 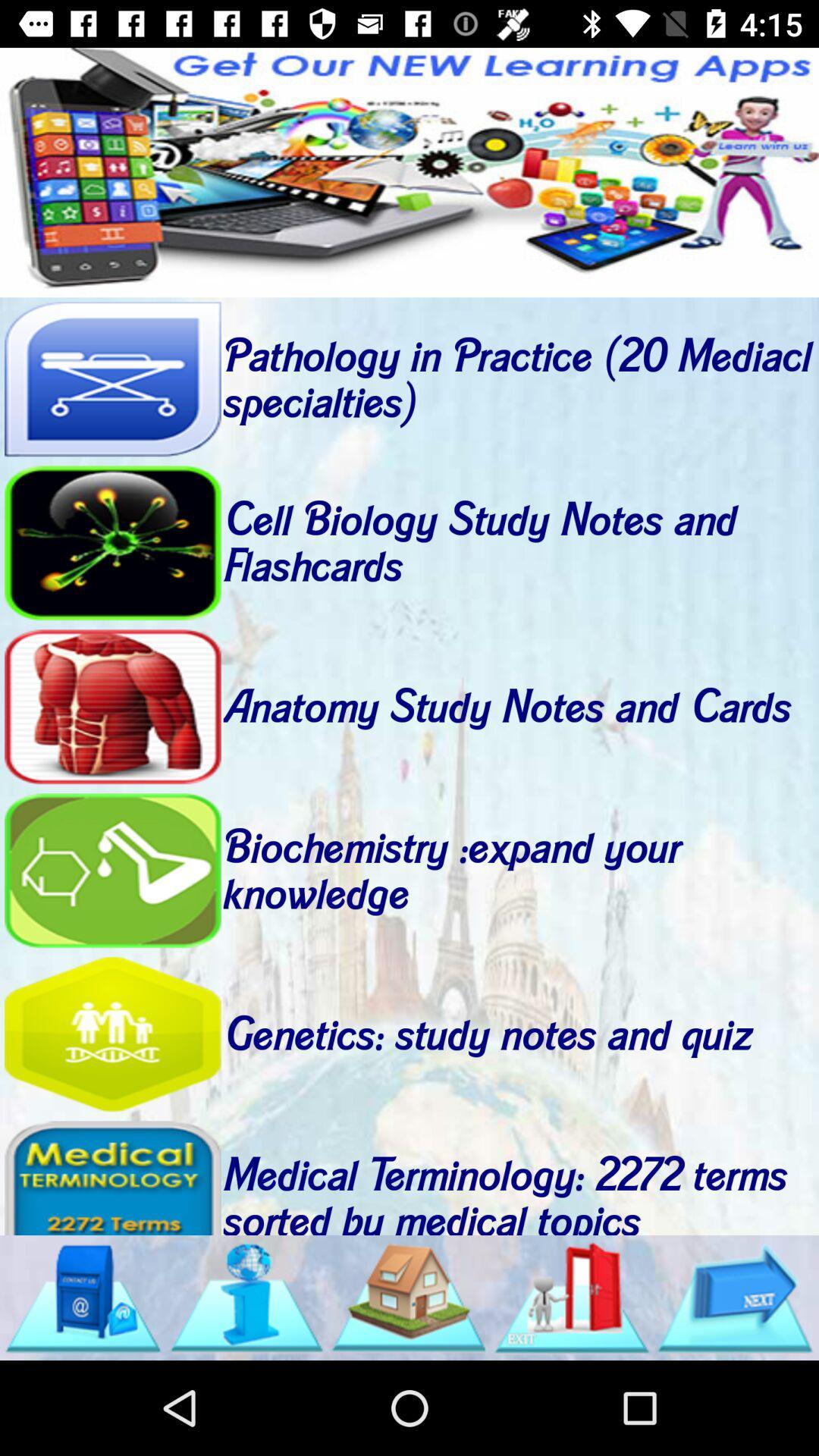 What do you see at coordinates (111, 379) in the screenshot?
I see `pathology in practice` at bounding box center [111, 379].